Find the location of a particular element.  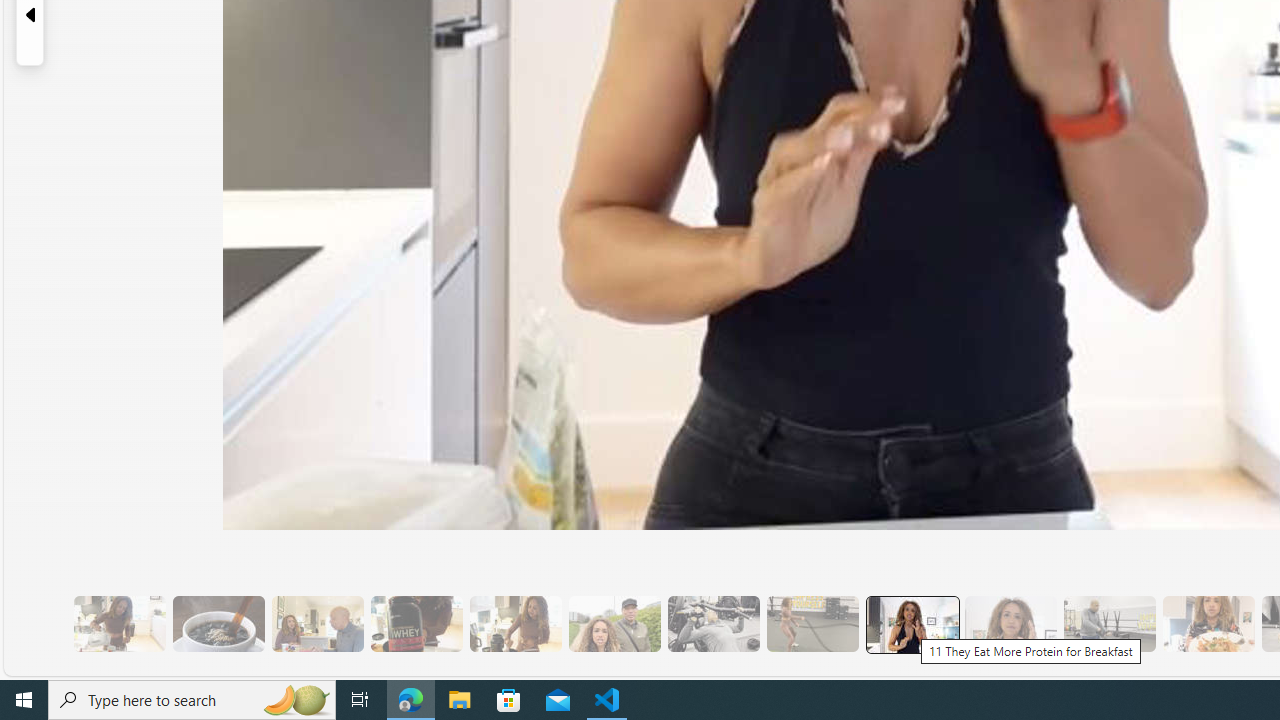

'14 They Have Salmon and Veggies for Dinner' is located at coordinates (1207, 623).